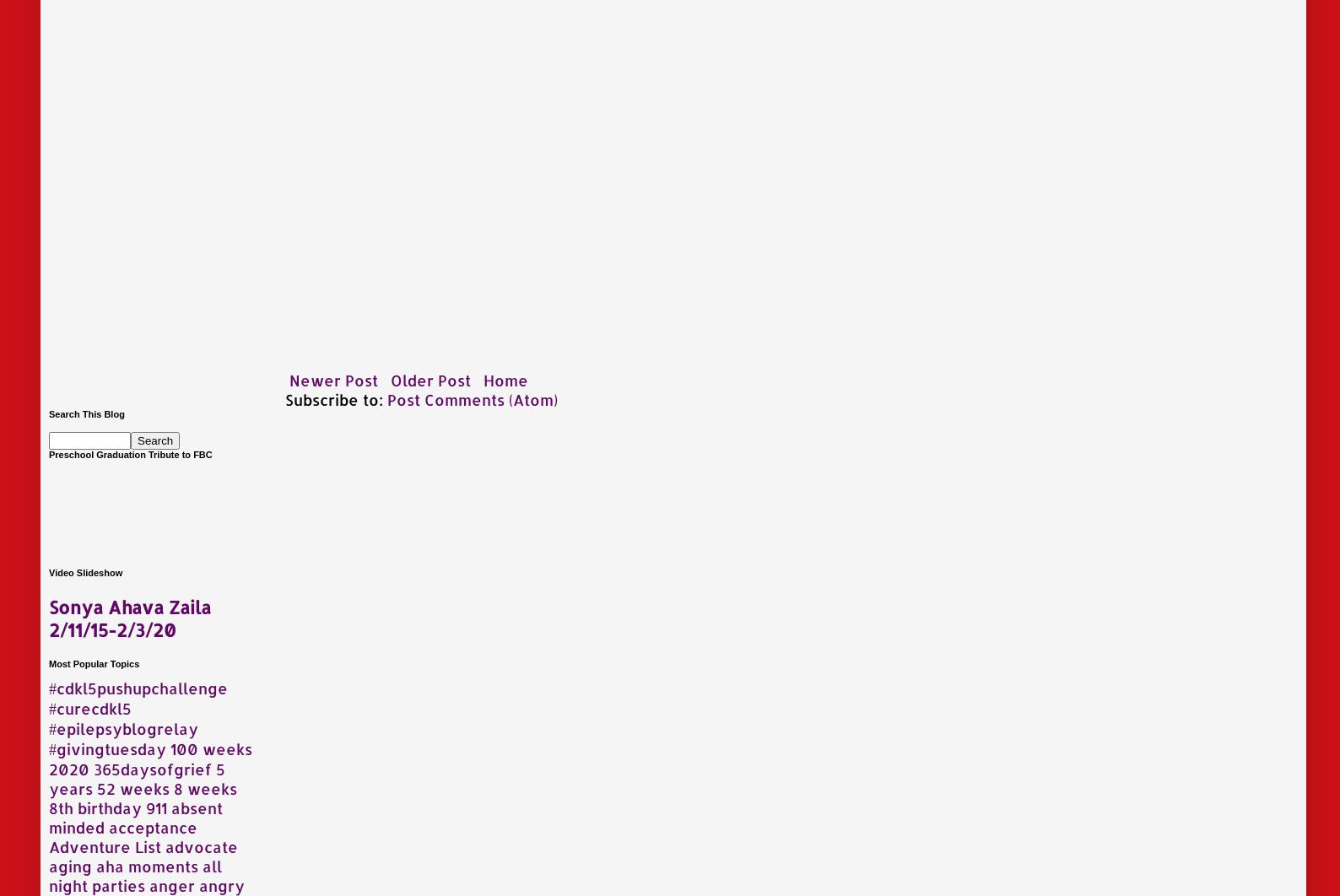  I want to click on 'Newer Post', so click(332, 378).